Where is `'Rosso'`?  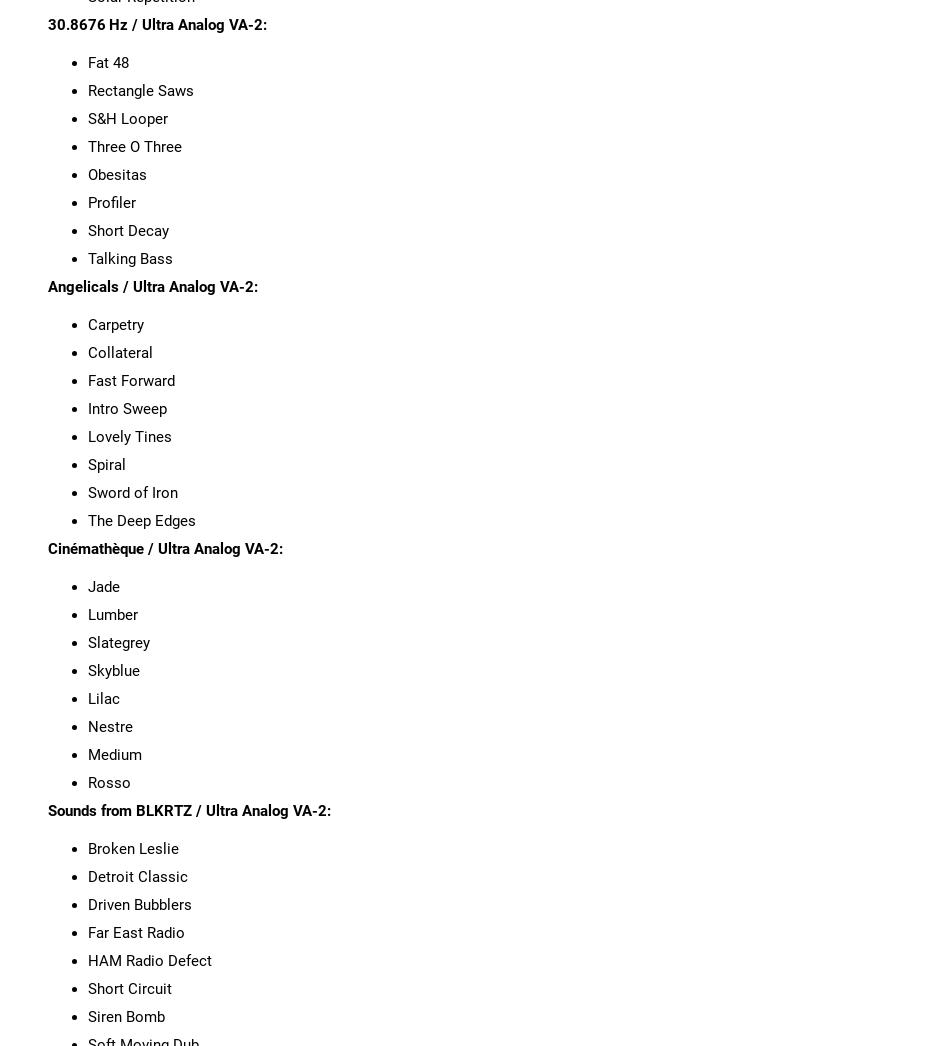 'Rosso' is located at coordinates (108, 780).